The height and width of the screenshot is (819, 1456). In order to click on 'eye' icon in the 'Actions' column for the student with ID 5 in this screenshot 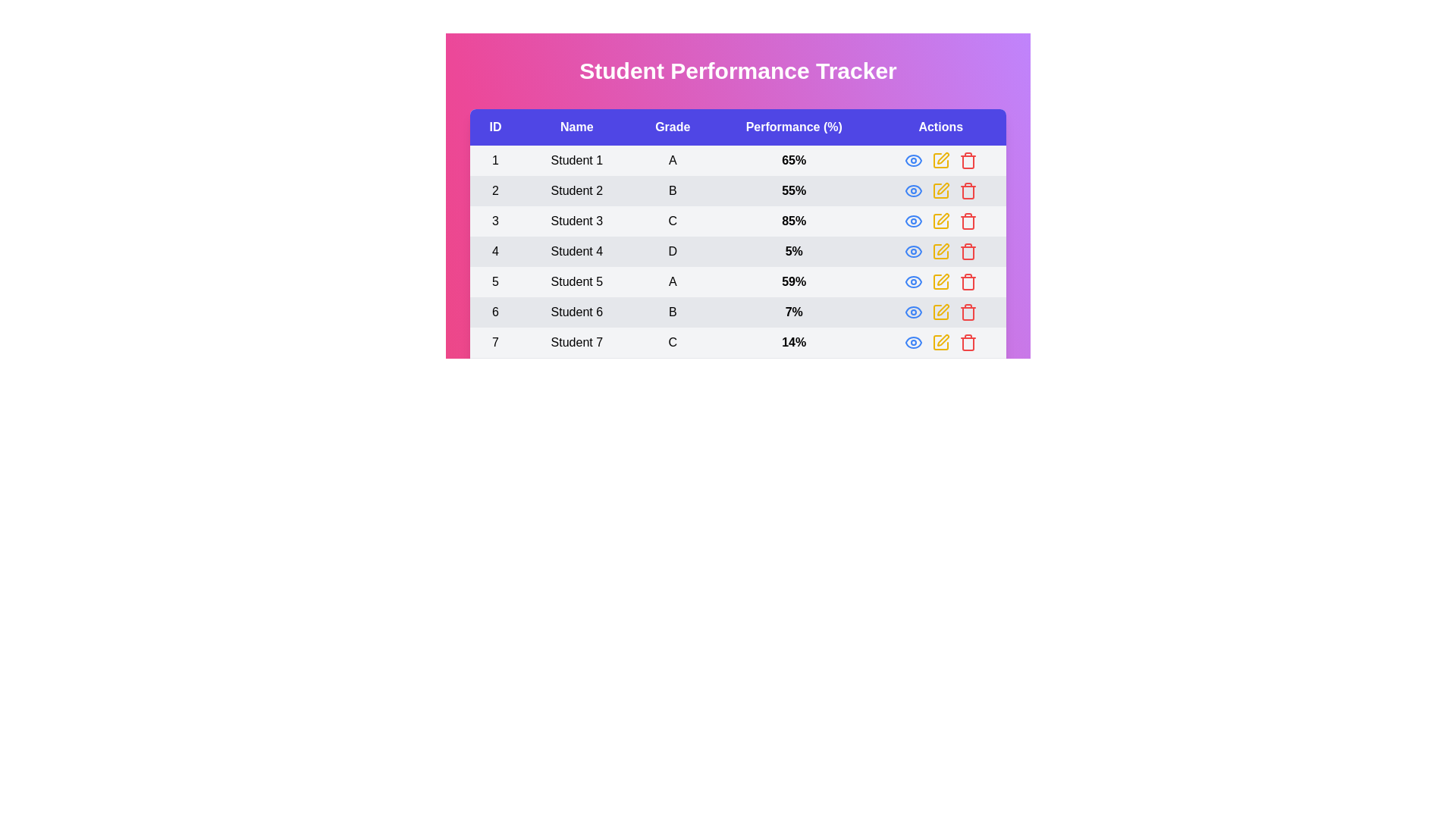, I will do `click(912, 281)`.